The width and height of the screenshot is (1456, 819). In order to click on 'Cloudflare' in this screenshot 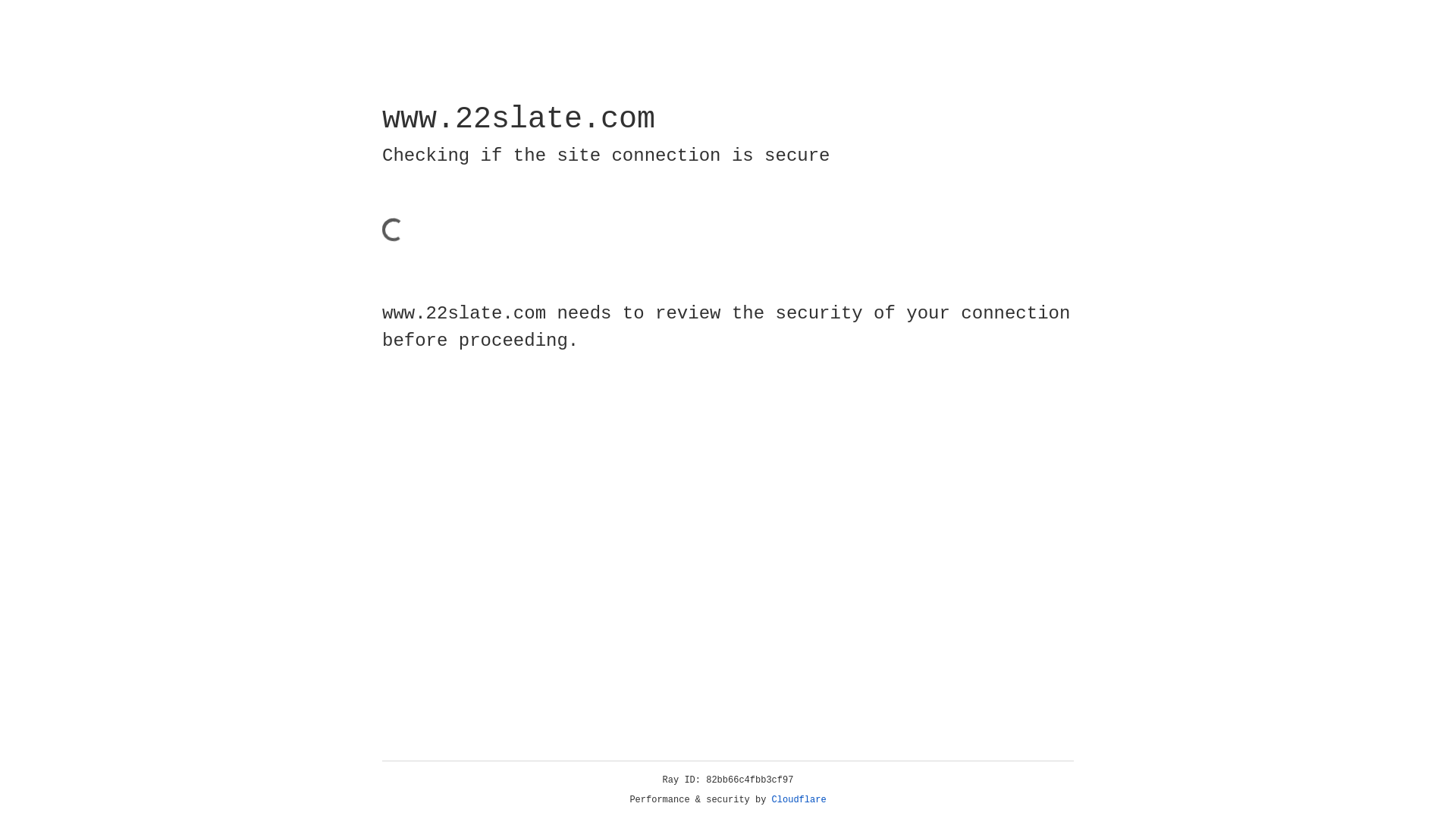, I will do `click(799, 799)`.